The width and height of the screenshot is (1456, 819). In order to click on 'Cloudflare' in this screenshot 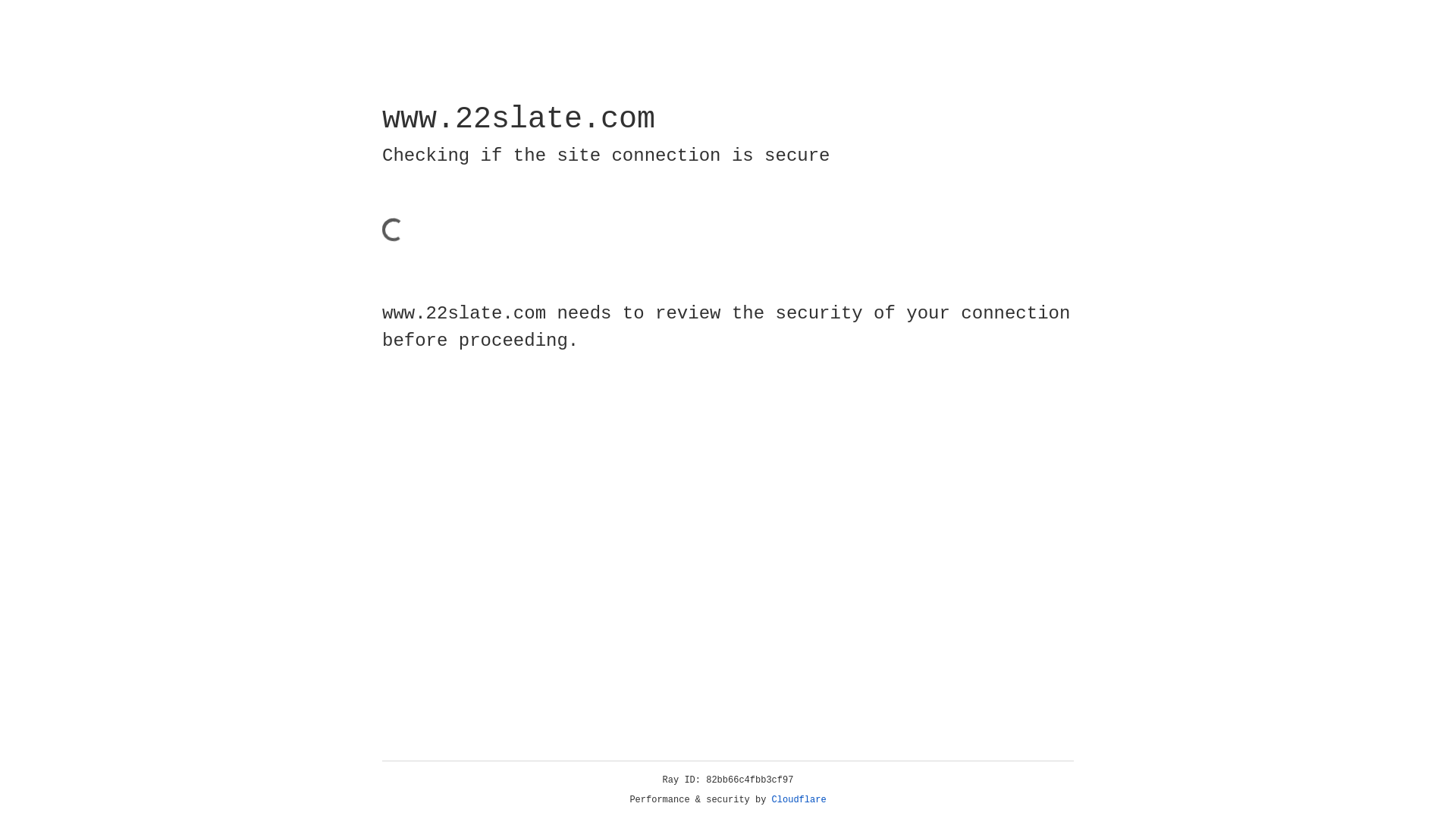, I will do `click(799, 799)`.